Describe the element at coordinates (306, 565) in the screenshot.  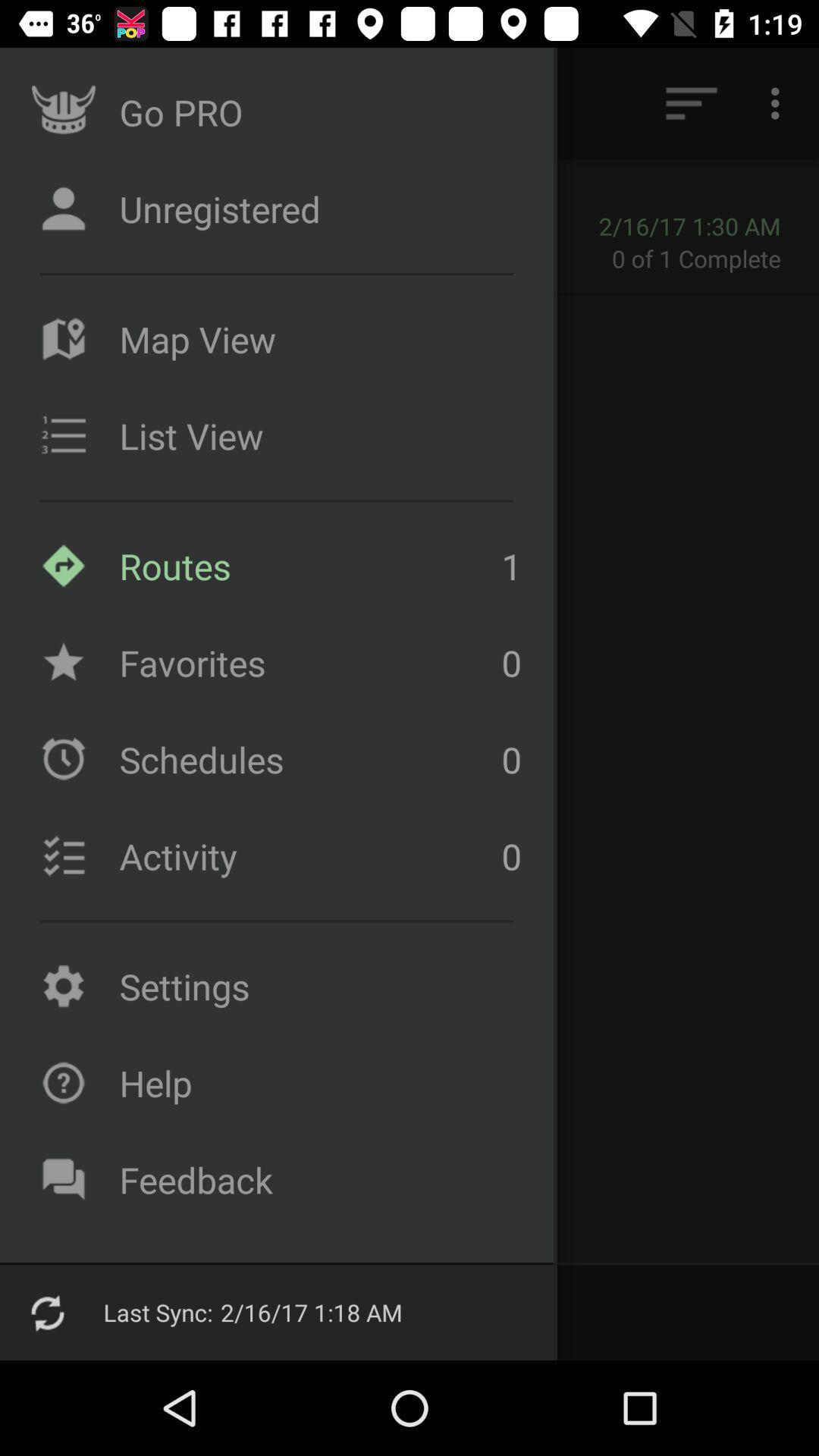
I see `the routes` at that location.